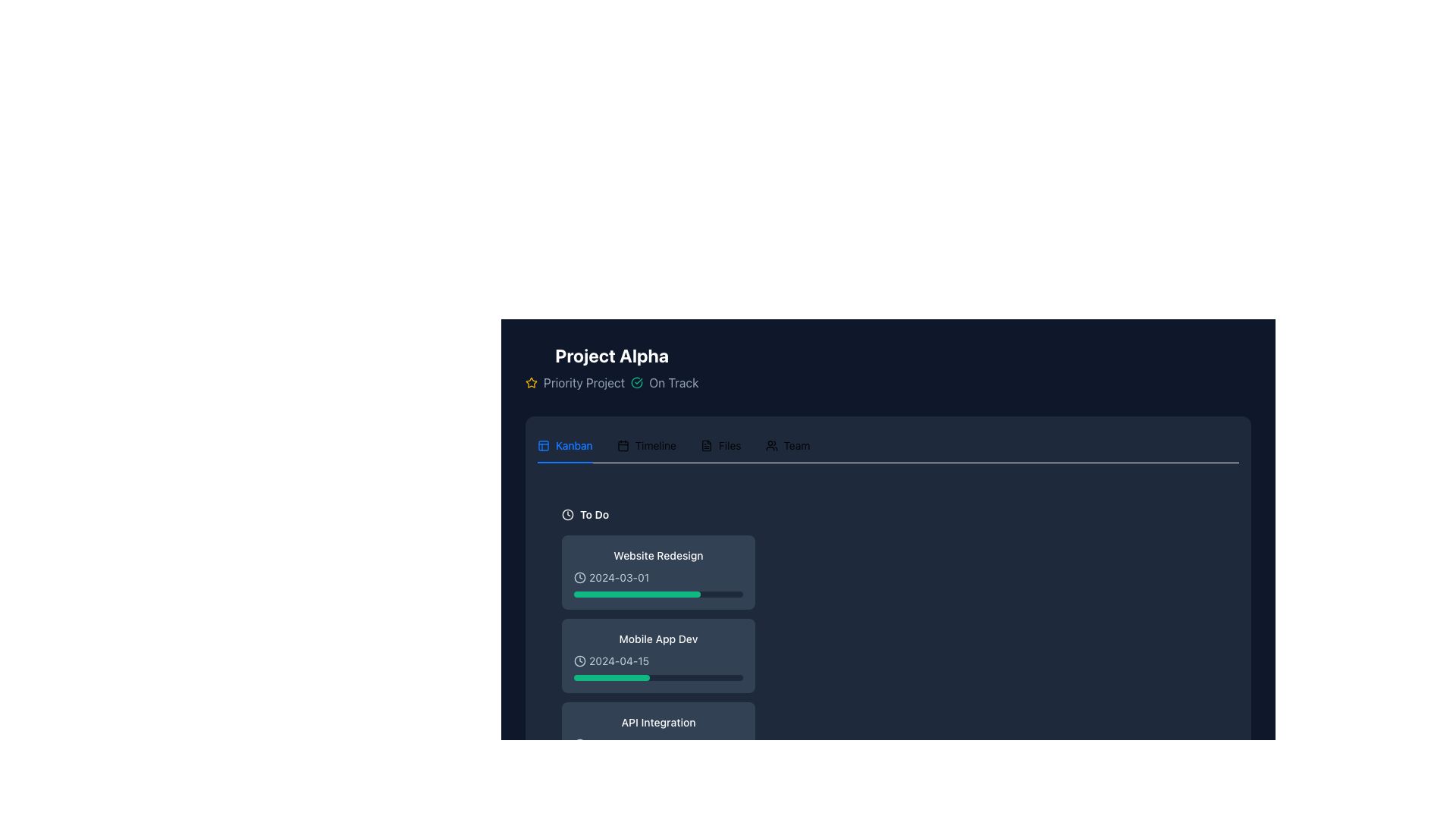  Describe the element at coordinates (543, 444) in the screenshot. I see `the Kanban icon located to the left of the text label 'Kanban' in the navigation menu` at that location.